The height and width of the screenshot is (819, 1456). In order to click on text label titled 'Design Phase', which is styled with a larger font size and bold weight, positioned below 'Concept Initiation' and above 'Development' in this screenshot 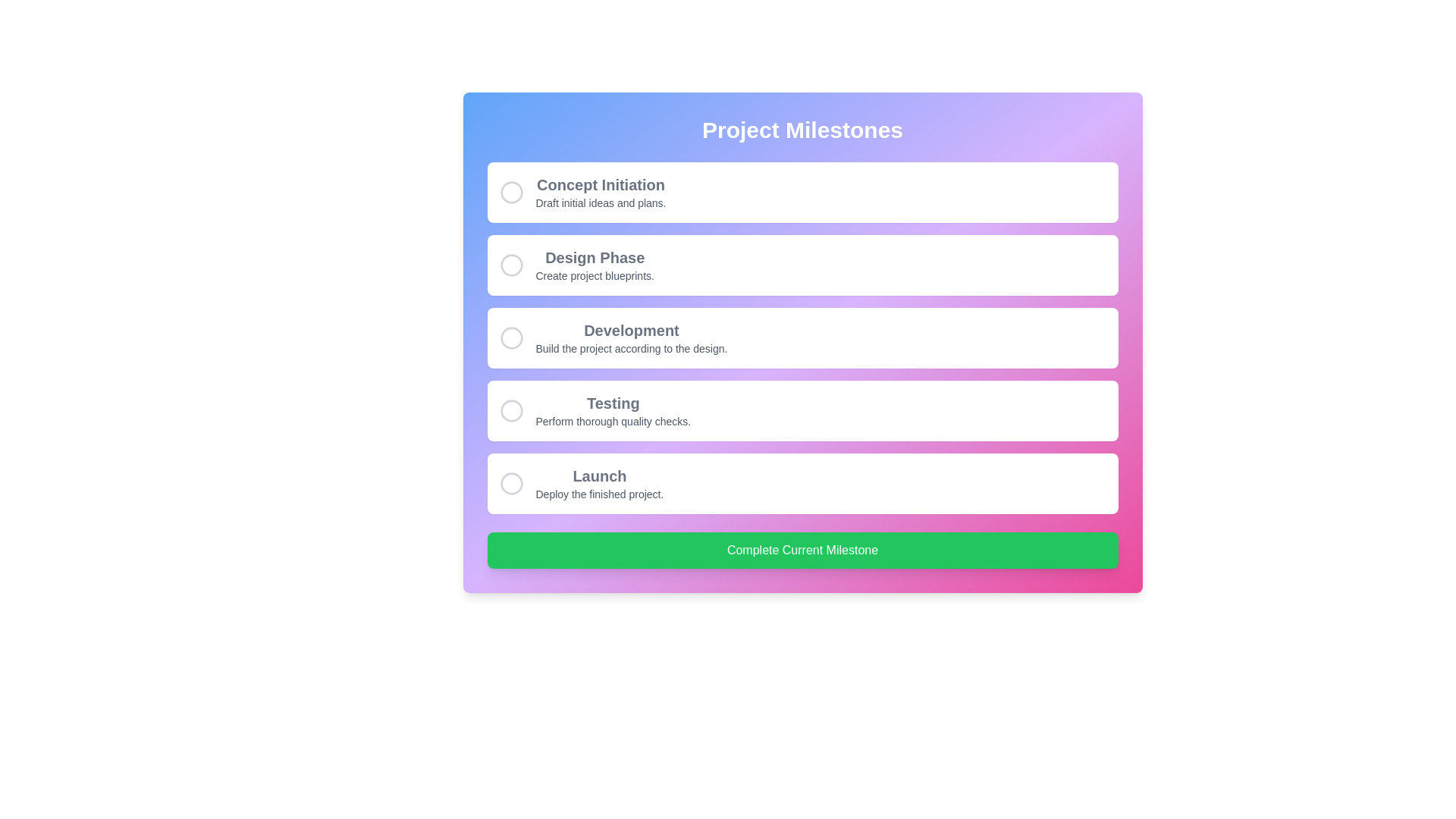, I will do `click(594, 256)`.